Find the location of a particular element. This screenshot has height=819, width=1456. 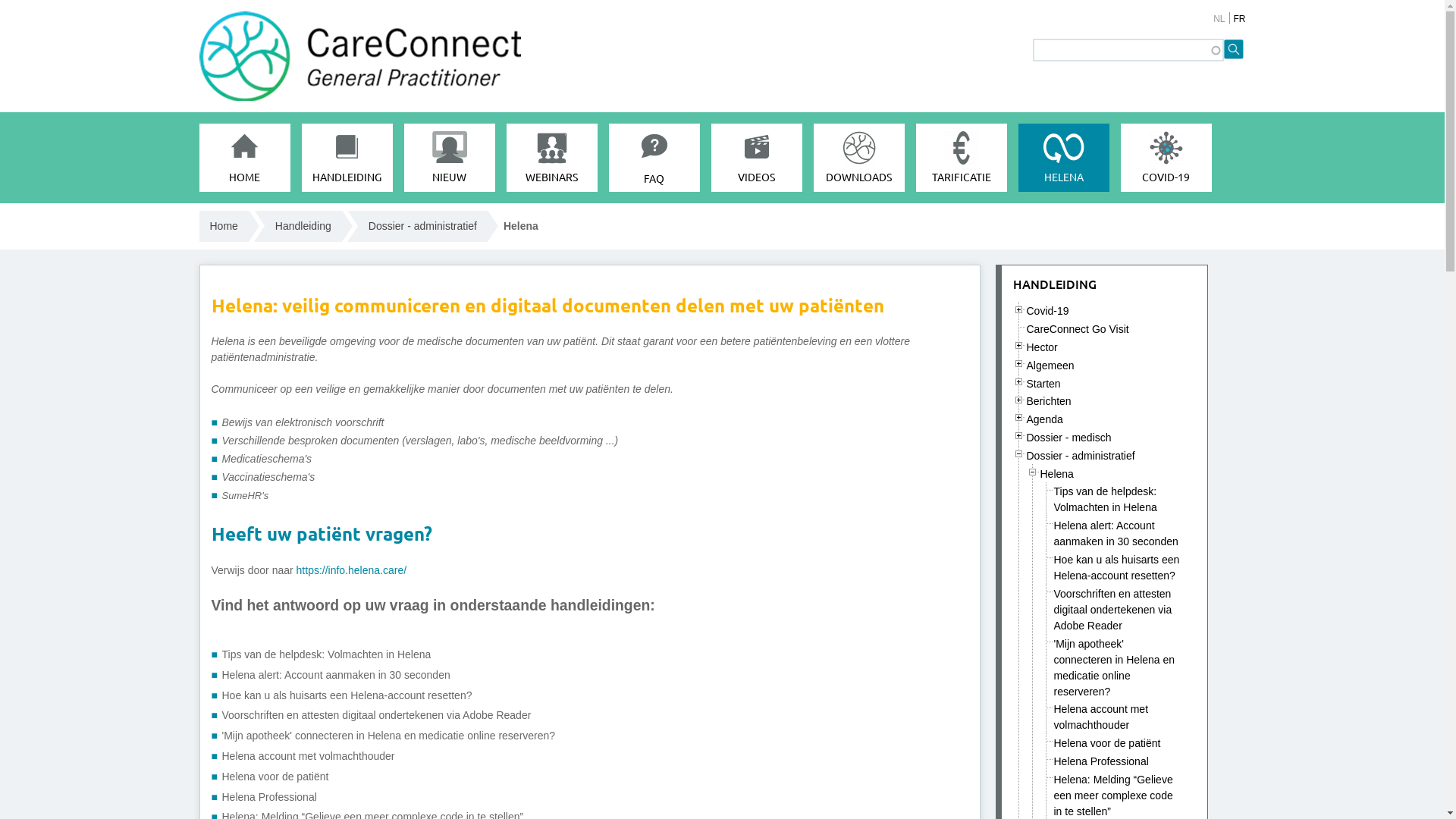

' ' is located at coordinates (1019, 309).